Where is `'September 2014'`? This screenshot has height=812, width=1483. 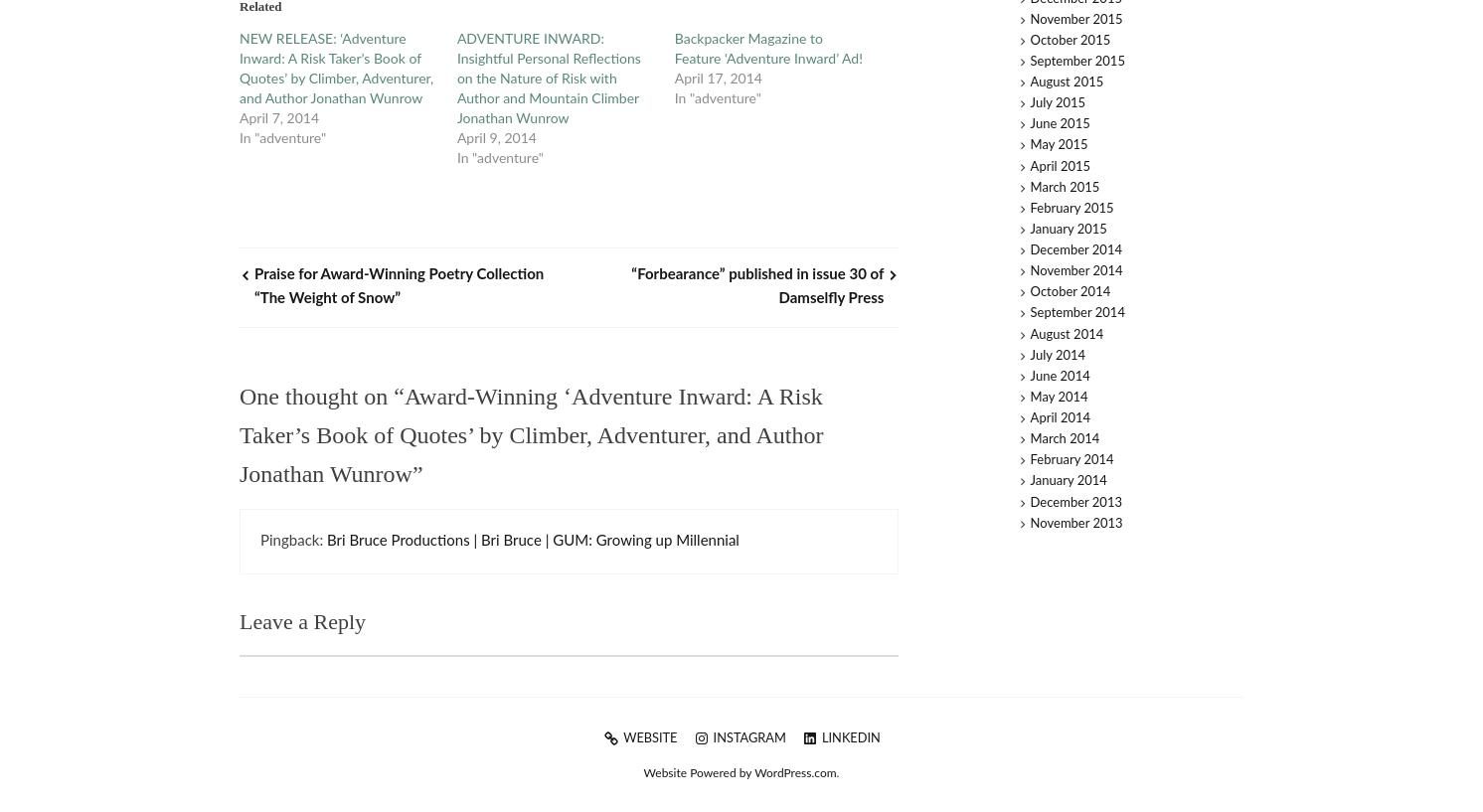 'September 2014' is located at coordinates (1076, 313).